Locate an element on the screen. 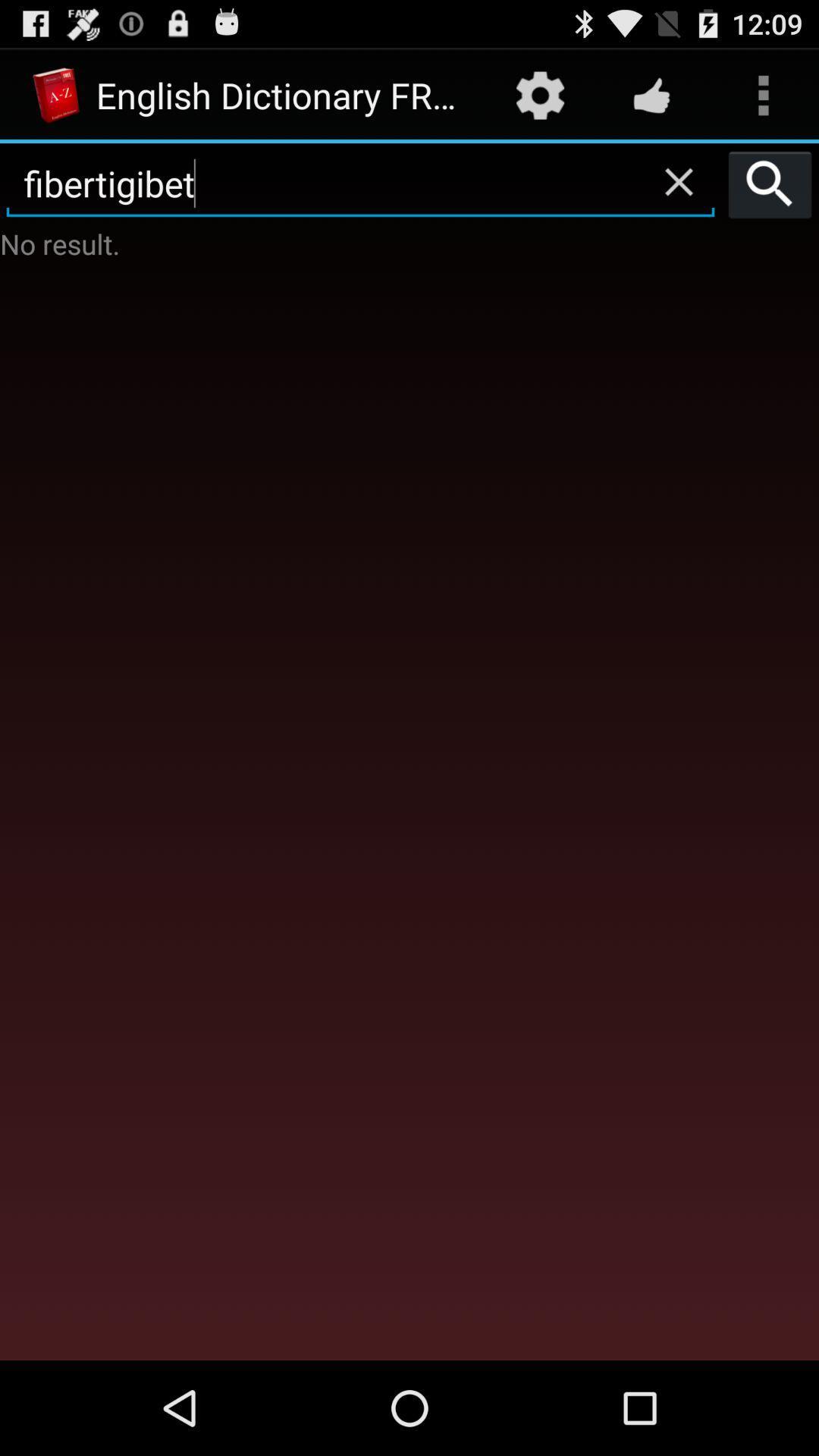 The width and height of the screenshot is (819, 1456). the item to the right of fibertigibet icon is located at coordinates (770, 184).